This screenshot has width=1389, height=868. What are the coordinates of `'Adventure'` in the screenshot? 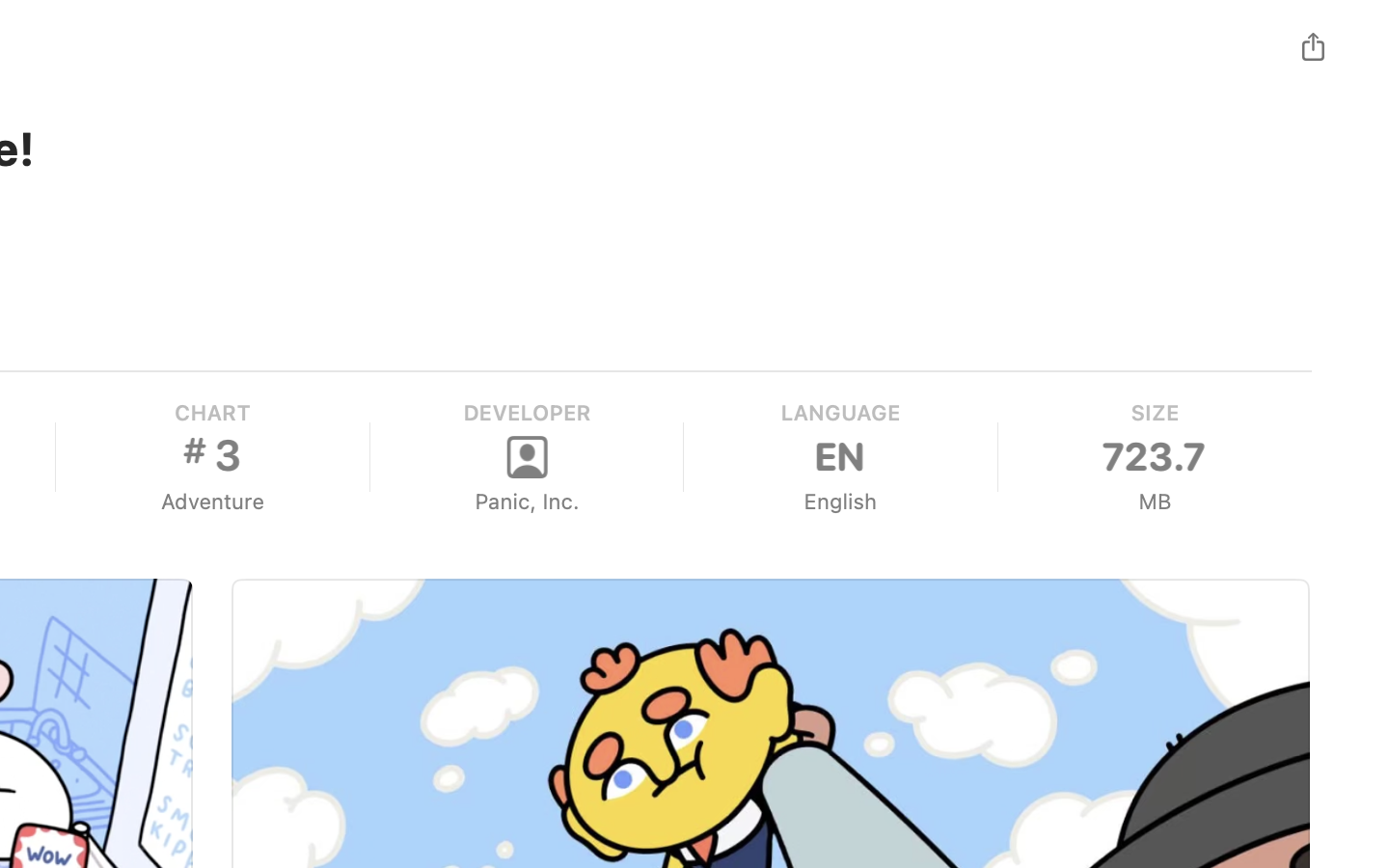 It's located at (212, 501).